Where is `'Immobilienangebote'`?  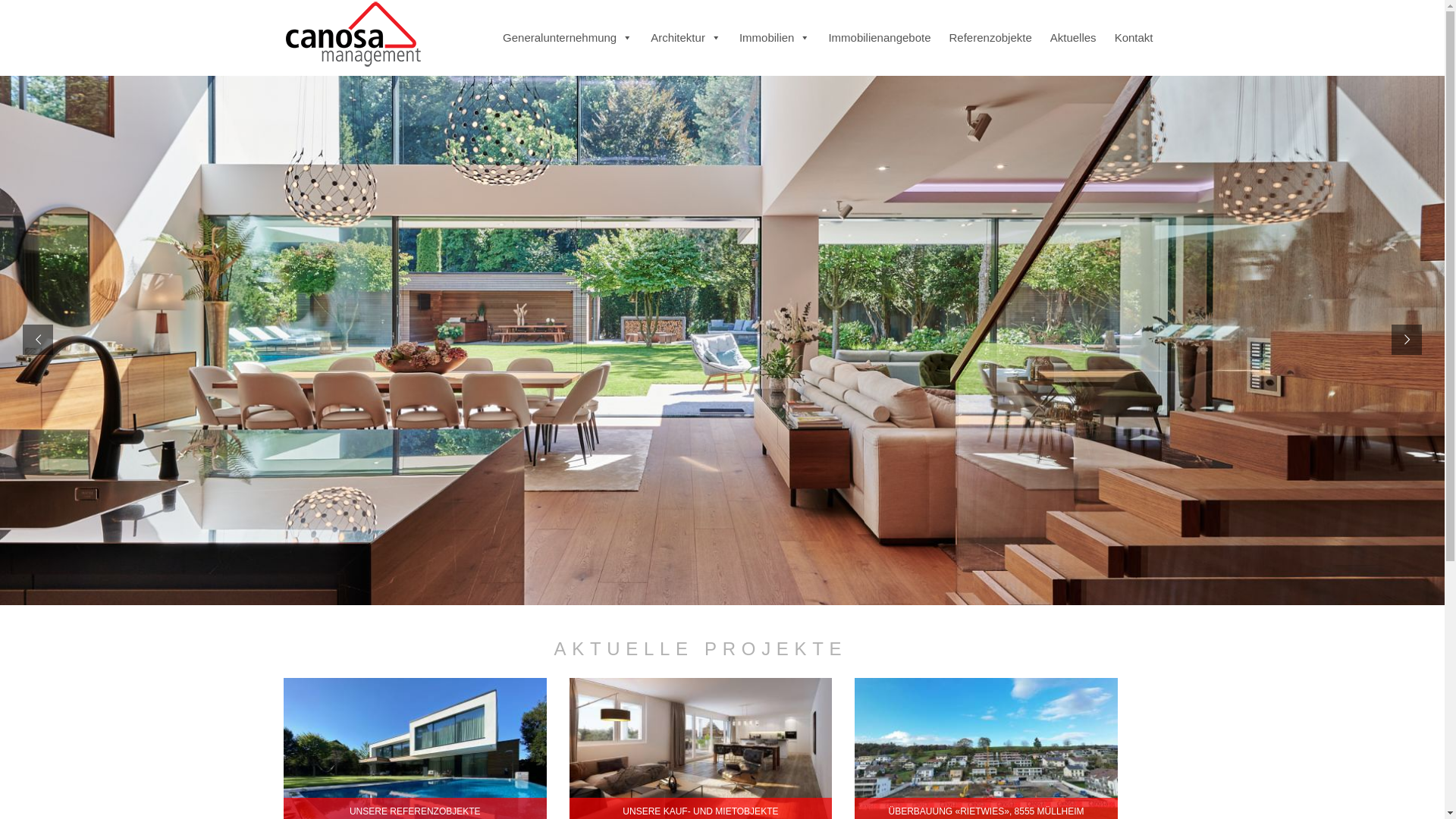
'Immobilienangebote' is located at coordinates (879, 37).